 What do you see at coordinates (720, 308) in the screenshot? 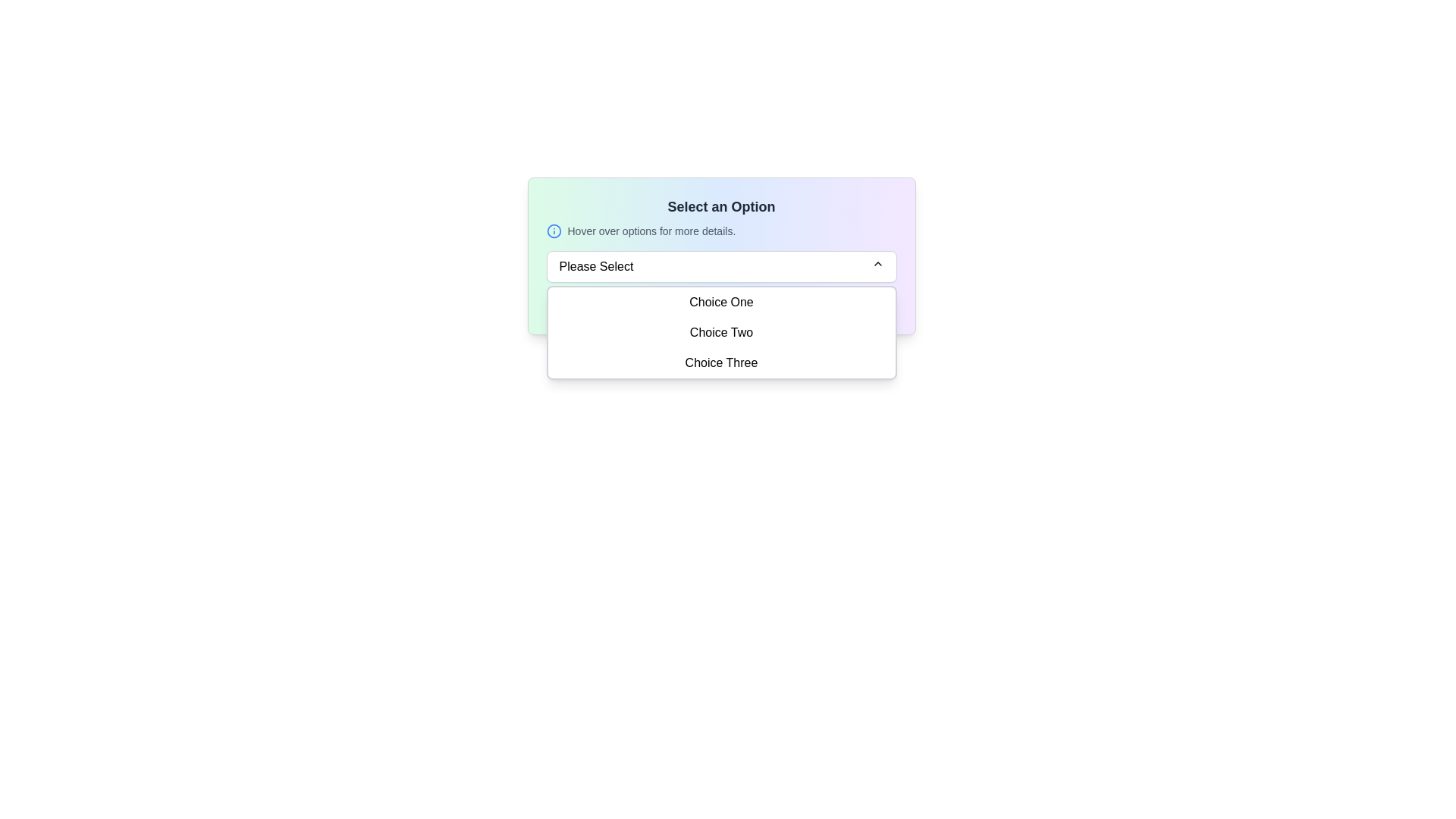
I see `the textual note at the bottom of the dropdown menu that starts with 'Note:' and contains the message 'Make your selection carefully. Hover for additional info.'` at bounding box center [720, 308].